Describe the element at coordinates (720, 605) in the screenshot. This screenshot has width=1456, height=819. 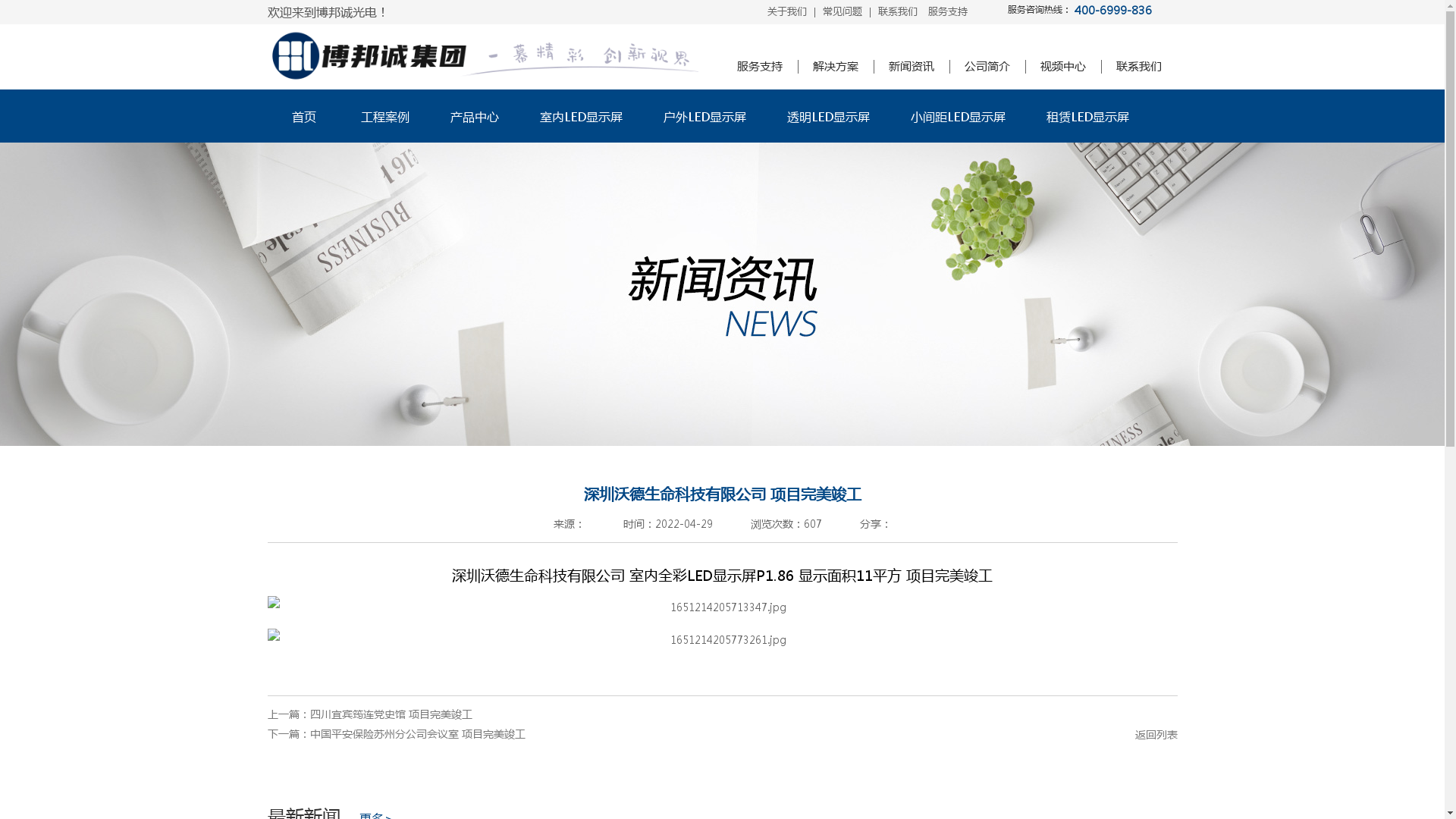
I see `'1652404829435409.jpg'` at that location.